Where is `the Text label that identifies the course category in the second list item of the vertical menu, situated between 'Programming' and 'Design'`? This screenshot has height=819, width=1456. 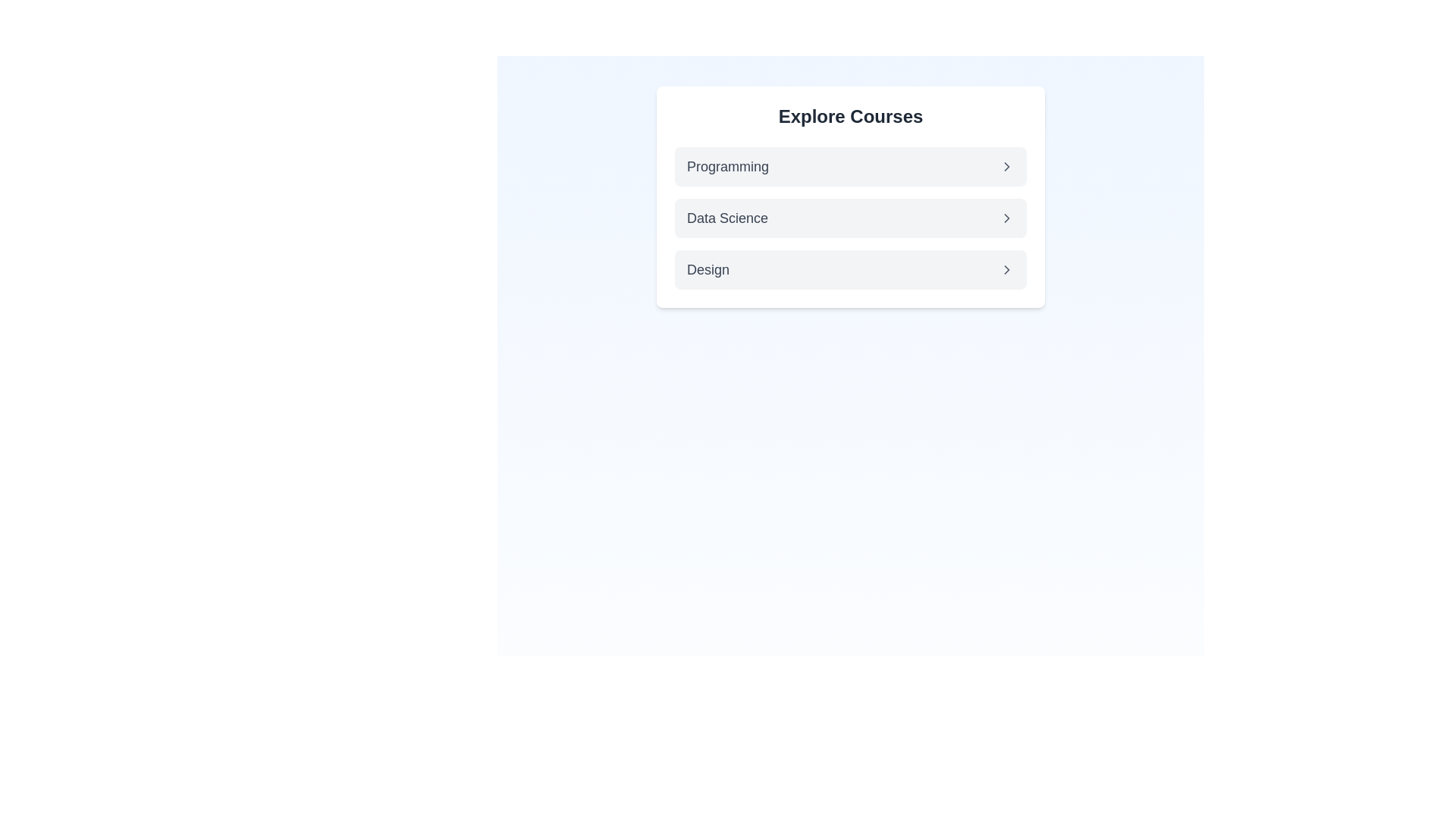
the Text label that identifies the course category in the second list item of the vertical menu, situated between 'Programming' and 'Design' is located at coordinates (726, 218).